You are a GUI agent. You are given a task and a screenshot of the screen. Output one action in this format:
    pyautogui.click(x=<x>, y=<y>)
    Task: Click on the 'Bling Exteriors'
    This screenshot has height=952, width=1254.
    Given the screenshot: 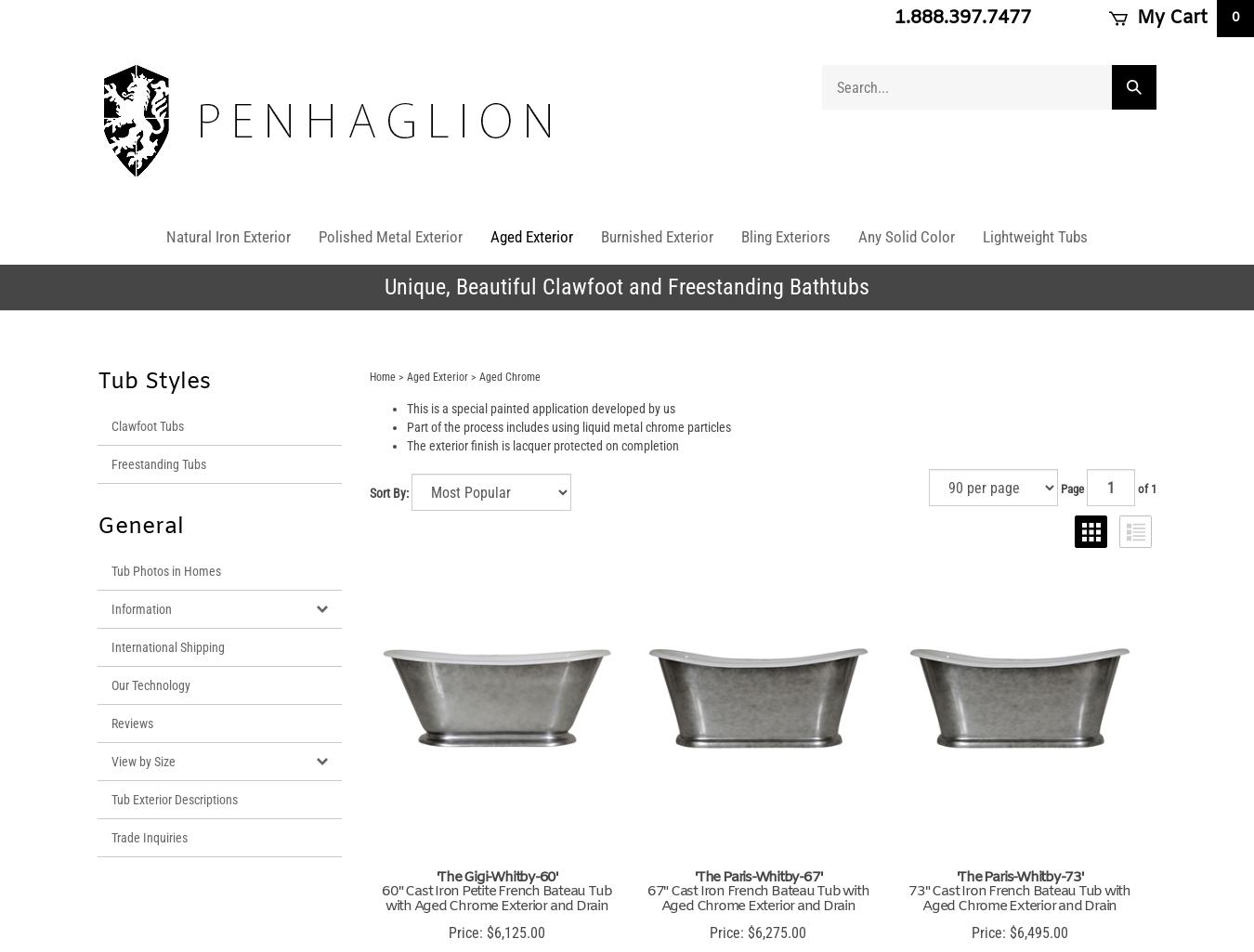 What is the action you would take?
    pyautogui.click(x=786, y=236)
    